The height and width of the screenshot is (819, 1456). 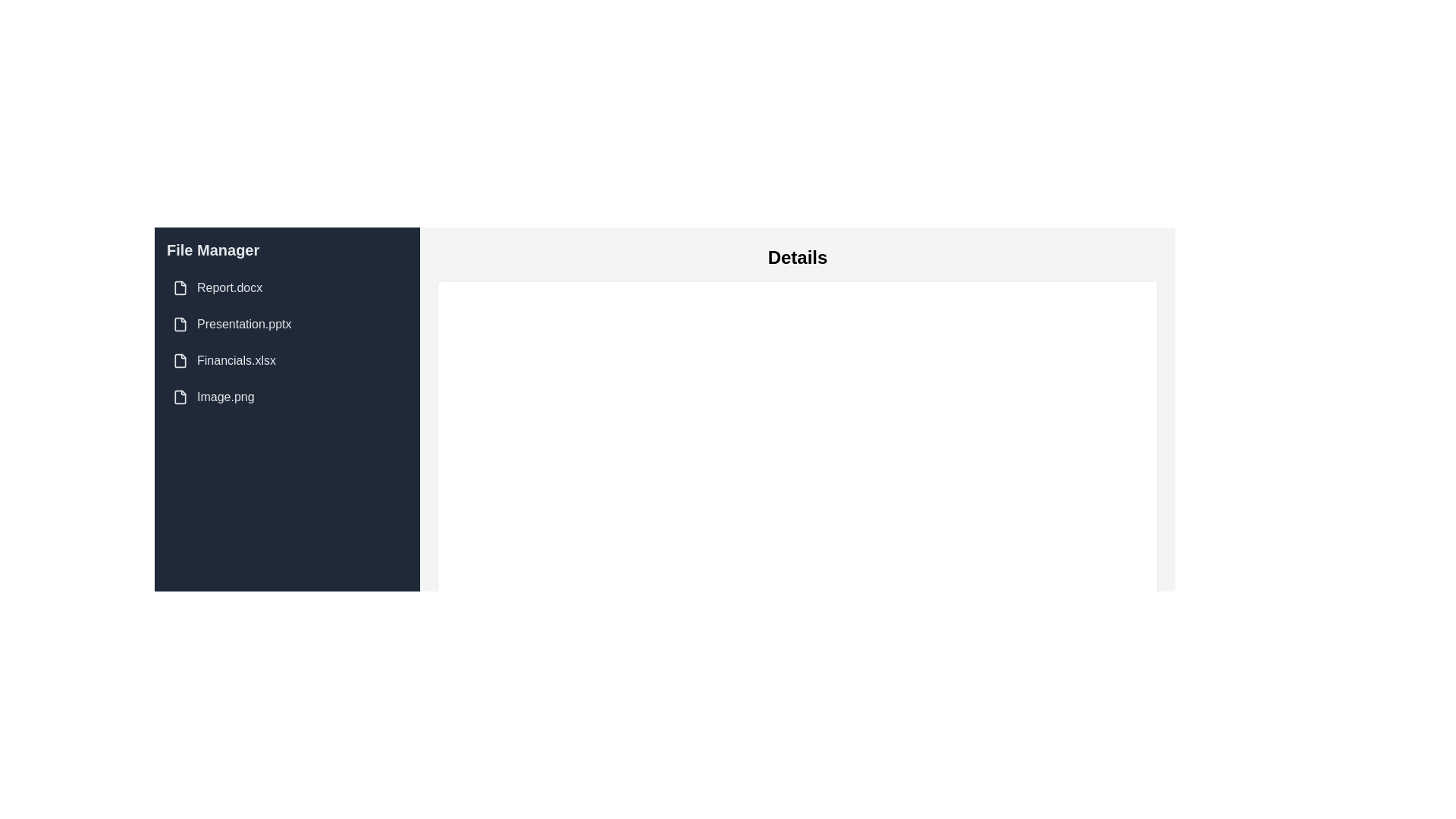 I want to click on the icon representing the 'Image.png' file object located in the fourth list item of the left sidebar navigation, so click(x=180, y=397).